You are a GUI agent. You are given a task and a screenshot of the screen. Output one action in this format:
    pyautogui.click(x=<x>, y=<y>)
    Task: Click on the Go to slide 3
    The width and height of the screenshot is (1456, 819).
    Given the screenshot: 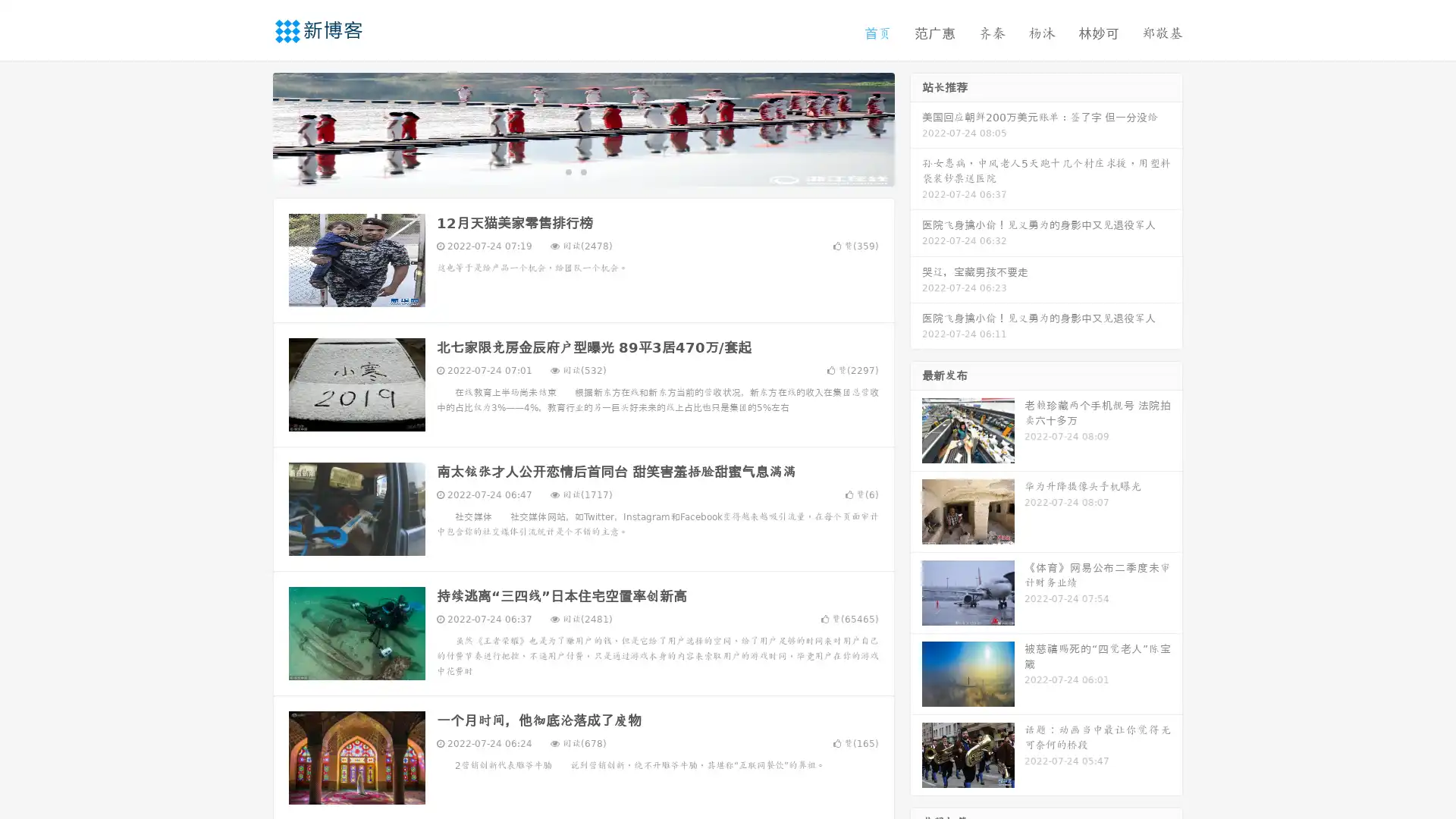 What is the action you would take?
    pyautogui.click(x=598, y=171)
    